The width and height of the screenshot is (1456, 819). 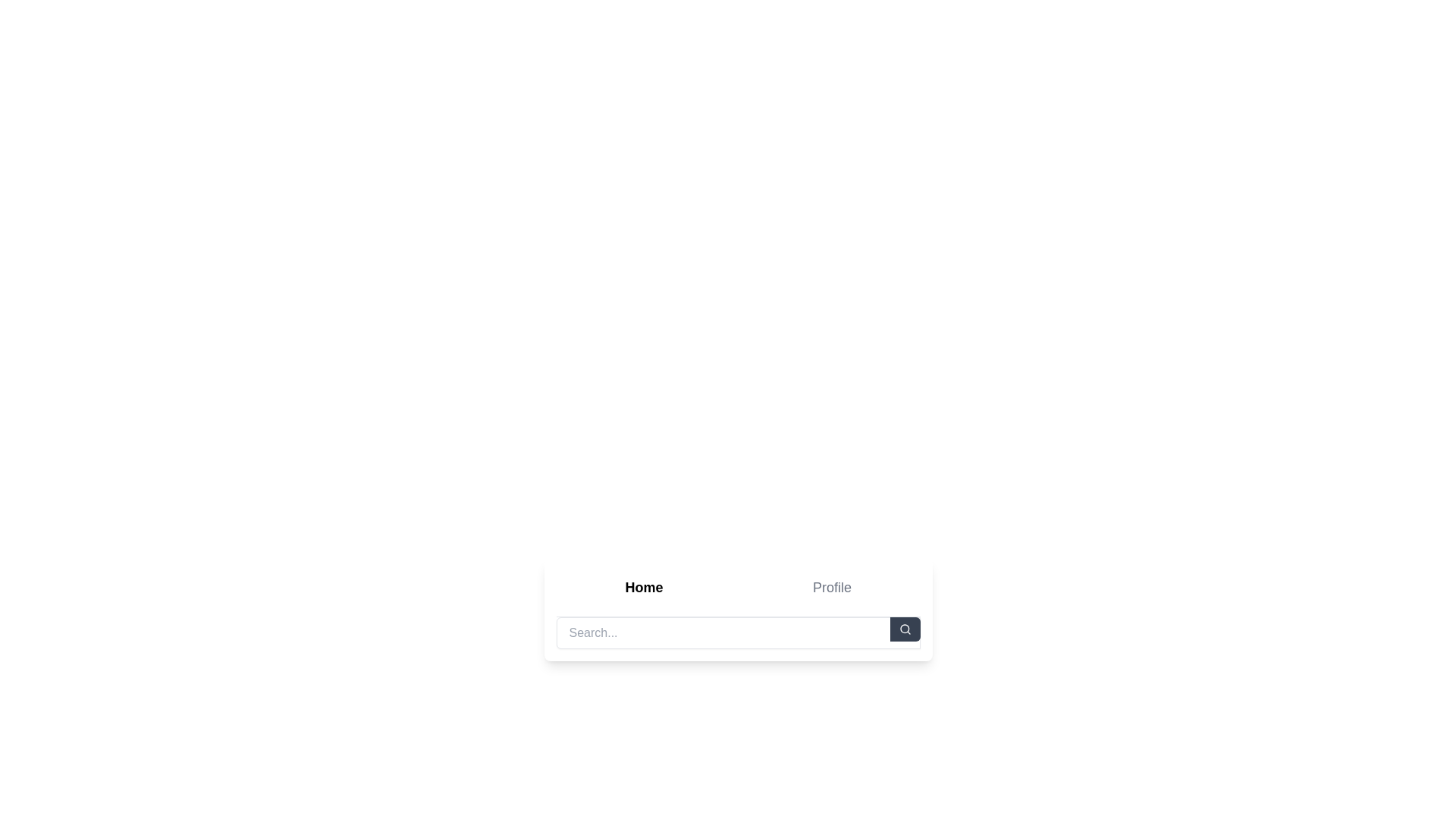 I want to click on the magnifying glass icon located at the far-right end of the input box section to initiate a search, so click(x=905, y=629).